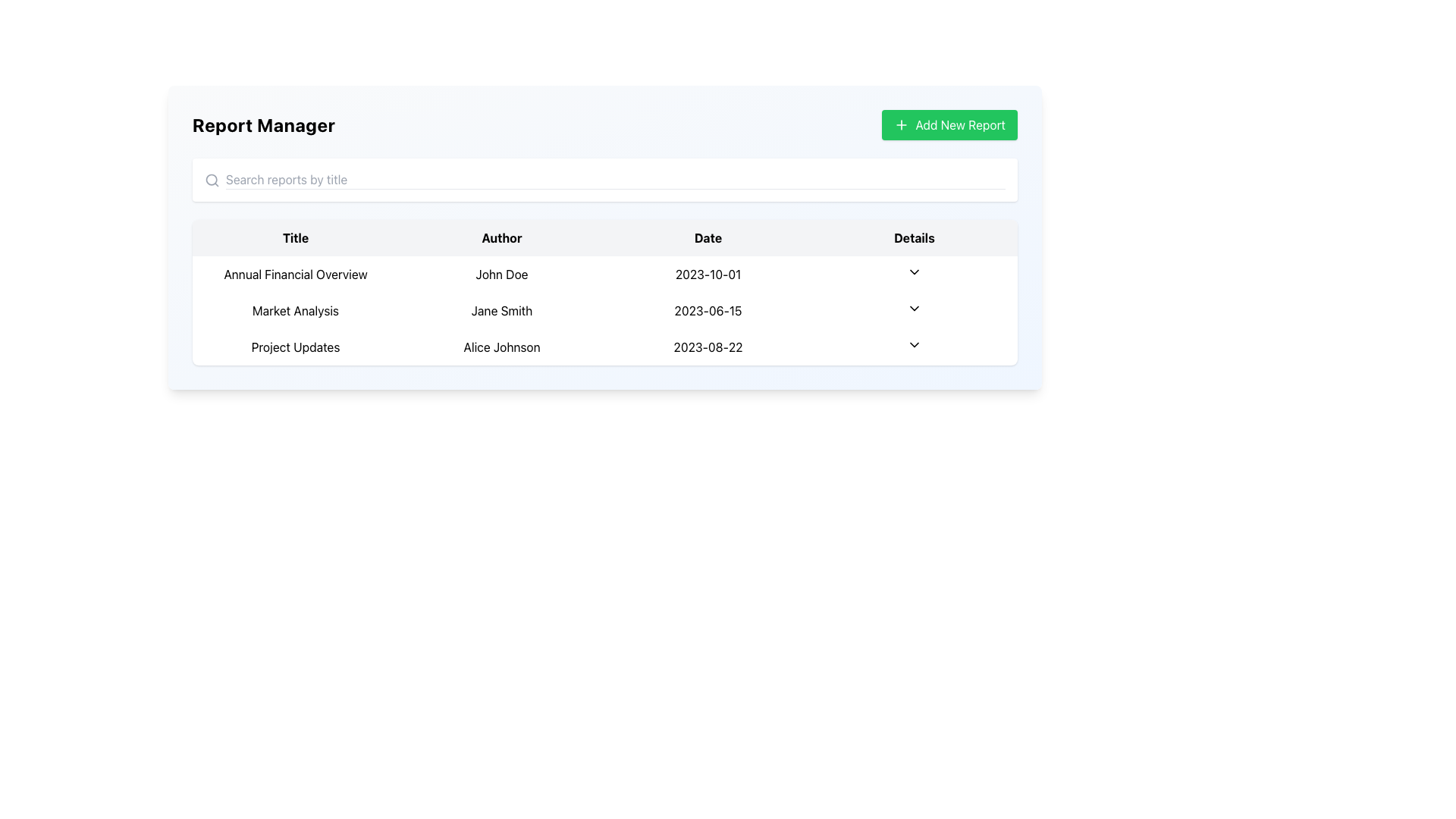 The height and width of the screenshot is (819, 1456). I want to click on the 'Add New Report' button icon, which is located on the left side of the green button used for initiating the creation process, so click(902, 124).